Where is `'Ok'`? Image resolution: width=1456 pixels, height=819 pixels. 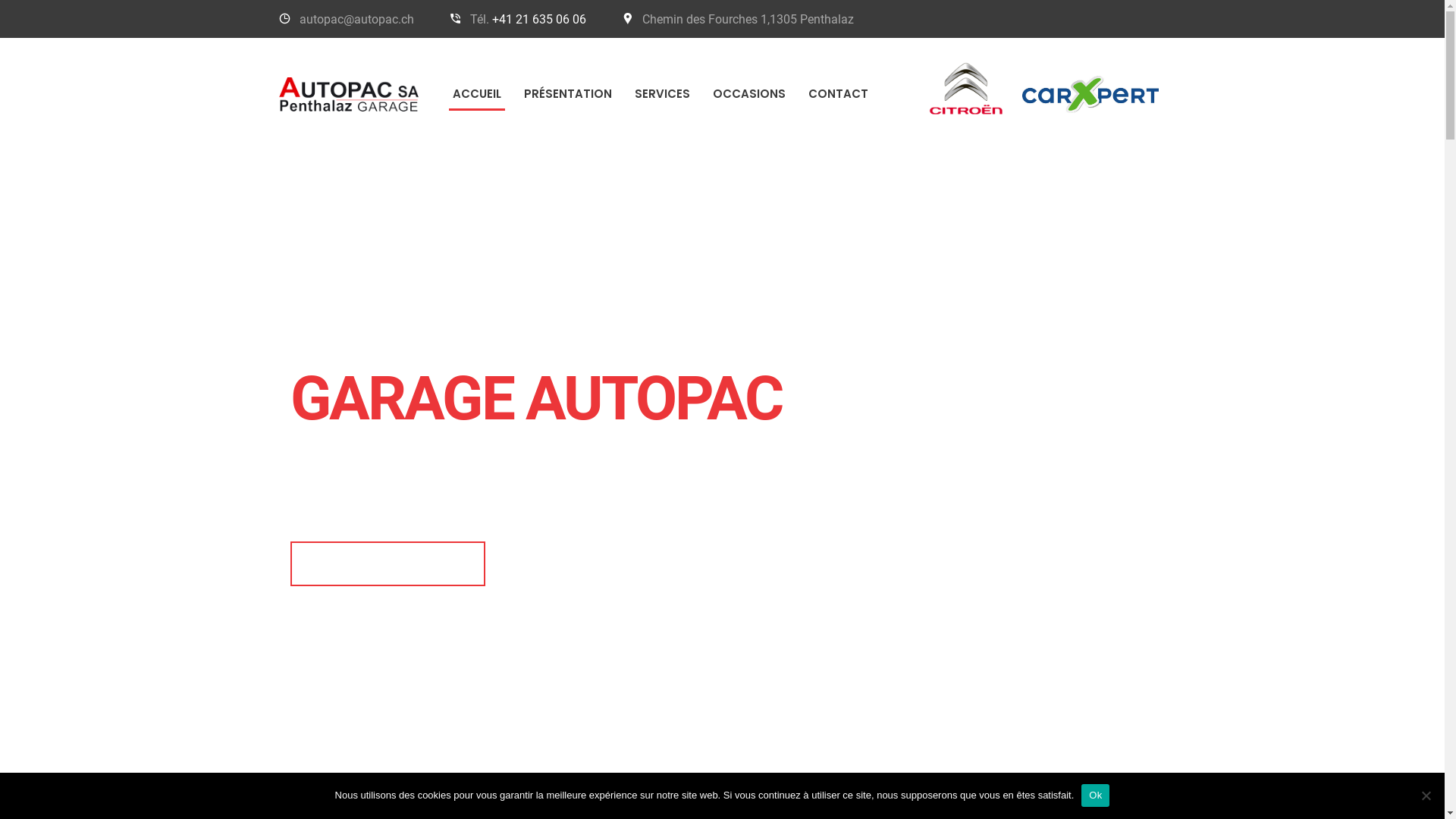 'Ok' is located at coordinates (1095, 795).